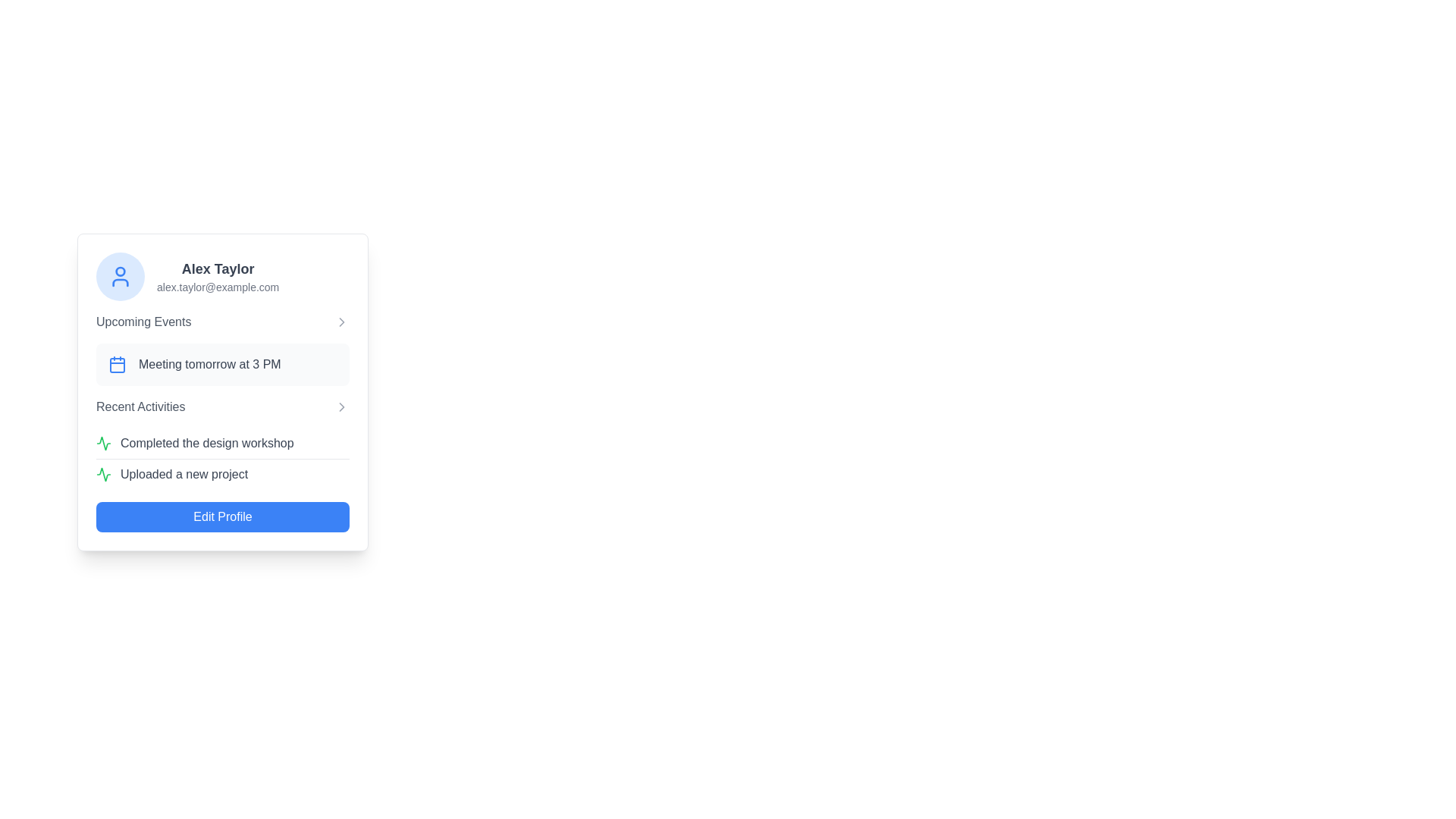 The width and height of the screenshot is (1456, 819). What do you see at coordinates (209, 365) in the screenshot?
I see `the text label displaying 'Meeting tomorrow at 3 PM', which is styled in gray and located under the 'Upcoming Events' section, next to a calendar icon` at bounding box center [209, 365].